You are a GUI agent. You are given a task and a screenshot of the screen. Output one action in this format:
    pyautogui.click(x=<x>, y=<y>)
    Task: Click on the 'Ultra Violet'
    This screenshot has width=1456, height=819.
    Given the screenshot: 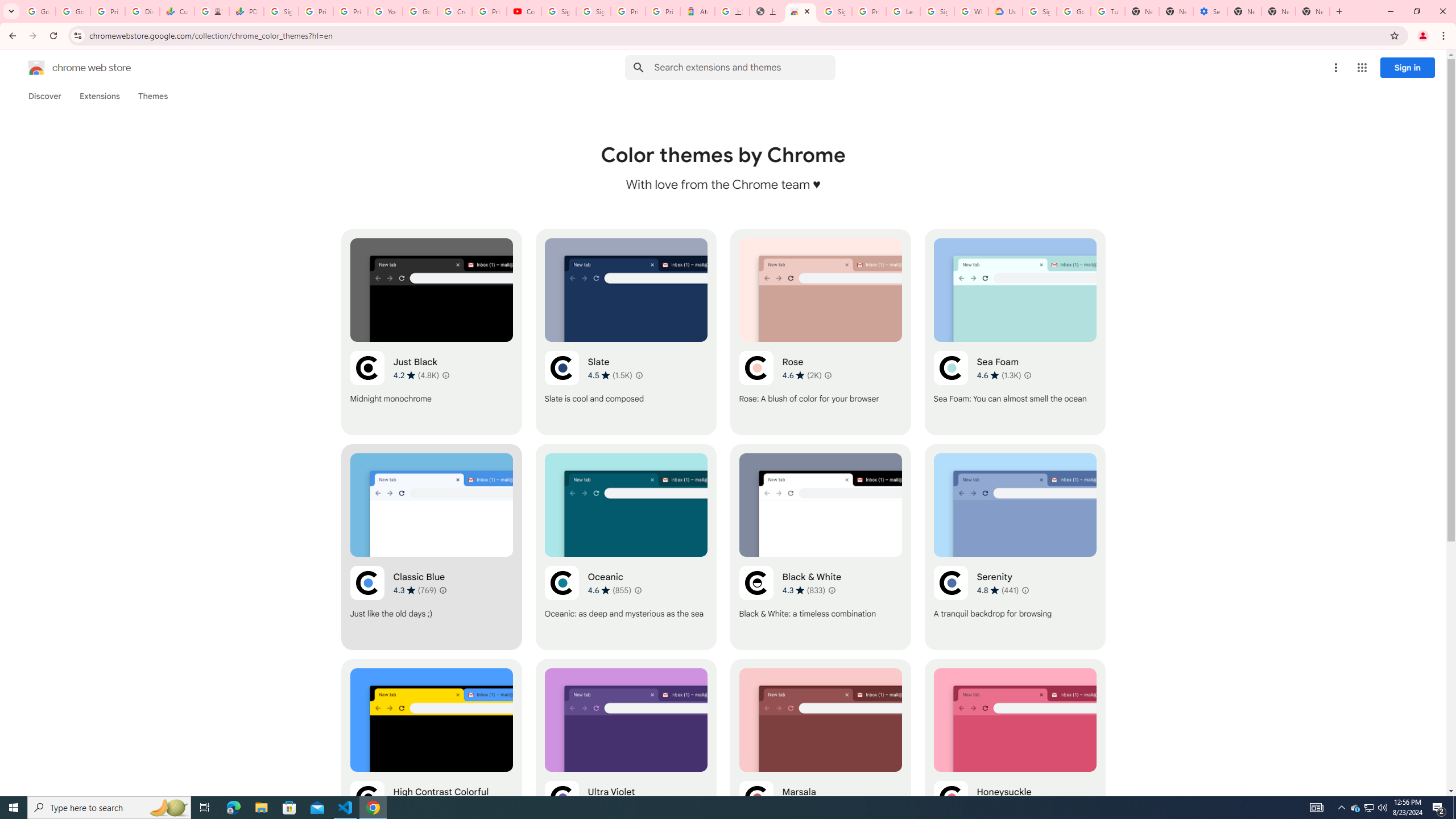 What is the action you would take?
    pyautogui.click(x=626, y=761)
    